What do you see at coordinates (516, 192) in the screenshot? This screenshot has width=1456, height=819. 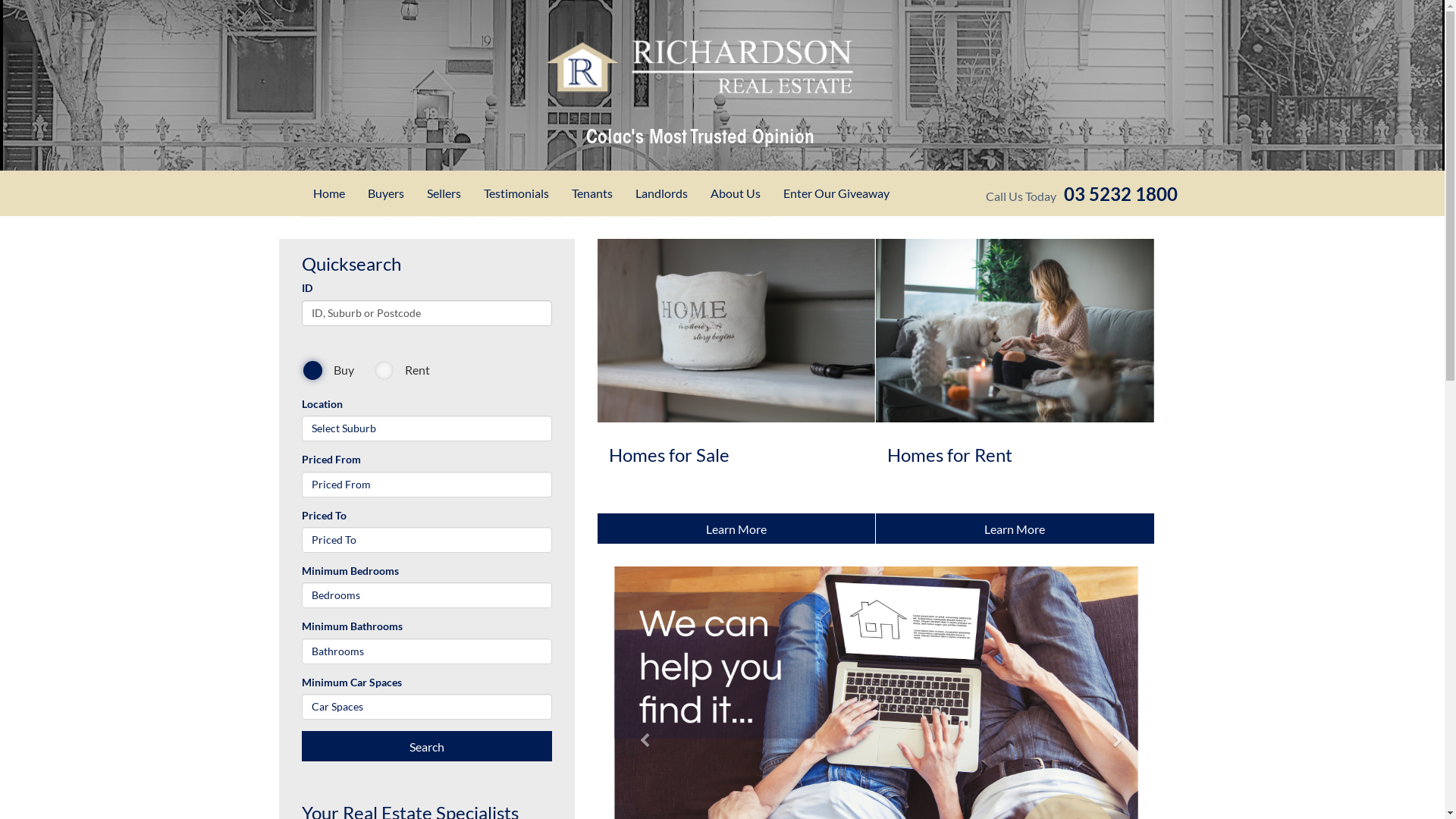 I see `'Testimonials'` at bounding box center [516, 192].